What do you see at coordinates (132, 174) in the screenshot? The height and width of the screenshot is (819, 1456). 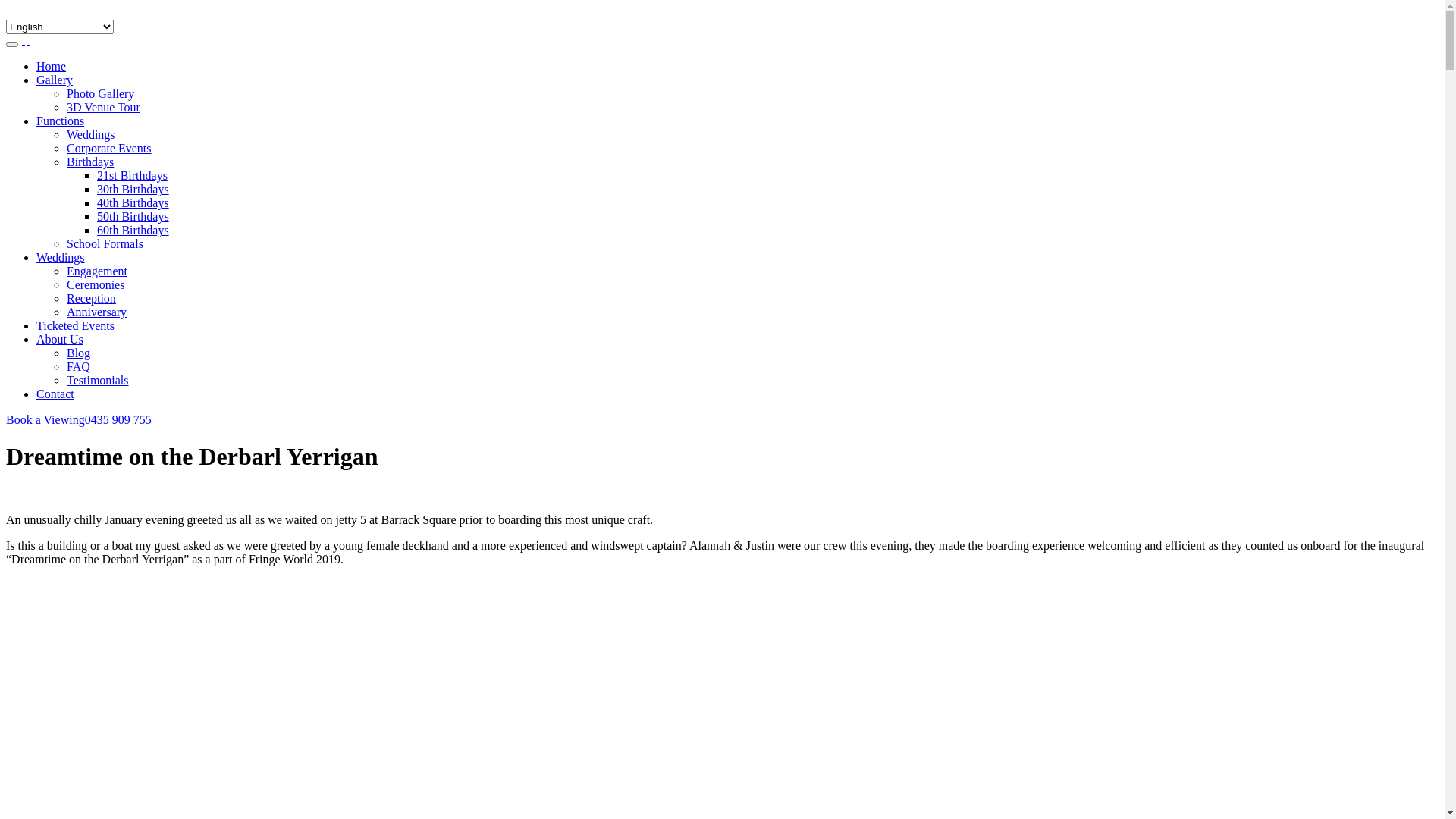 I see `'21st Birthdays'` at bounding box center [132, 174].